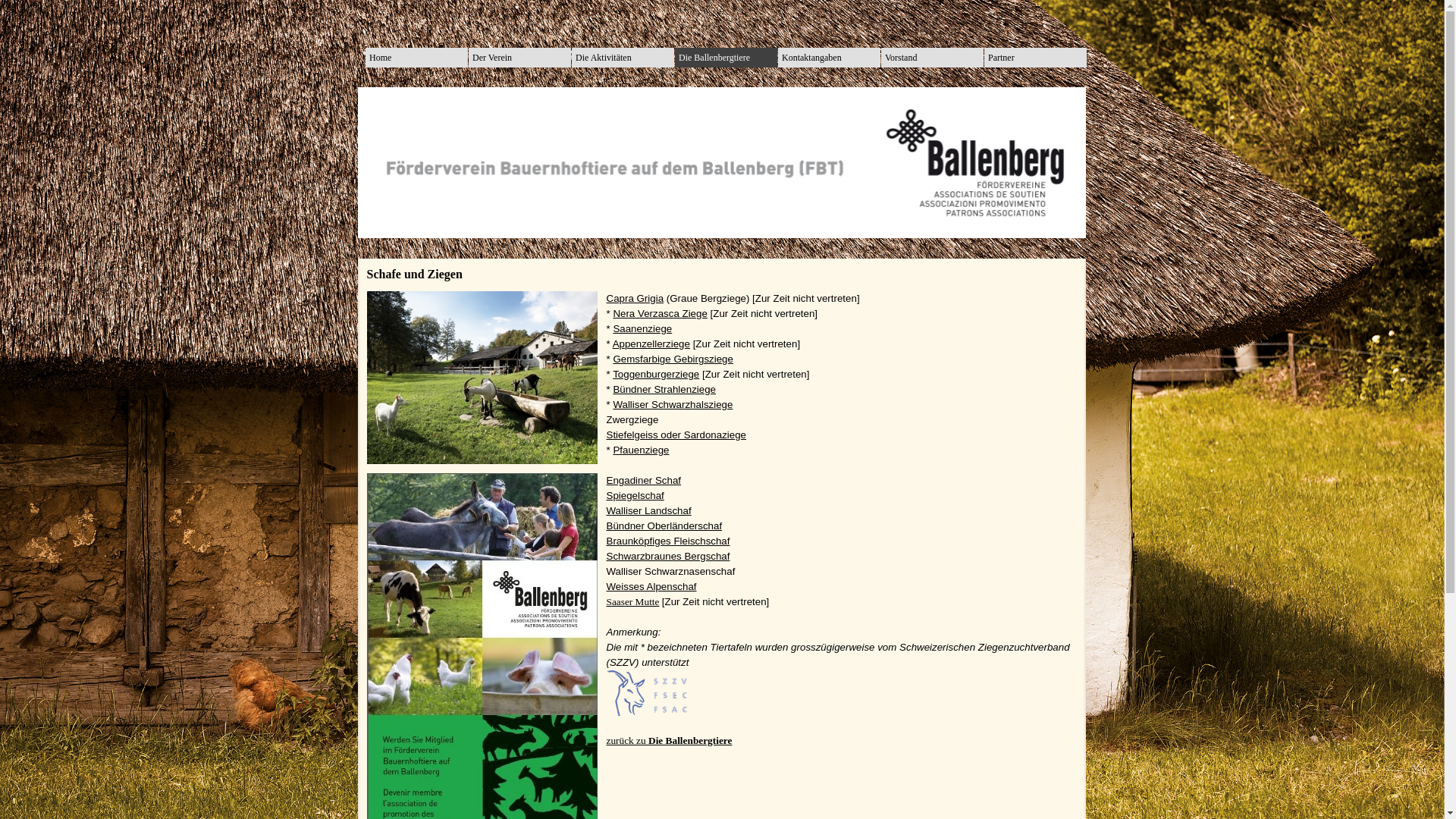 Image resolution: width=1456 pixels, height=819 pixels. I want to click on 'Gemsfarbige Gebirgsziege', so click(612, 359).